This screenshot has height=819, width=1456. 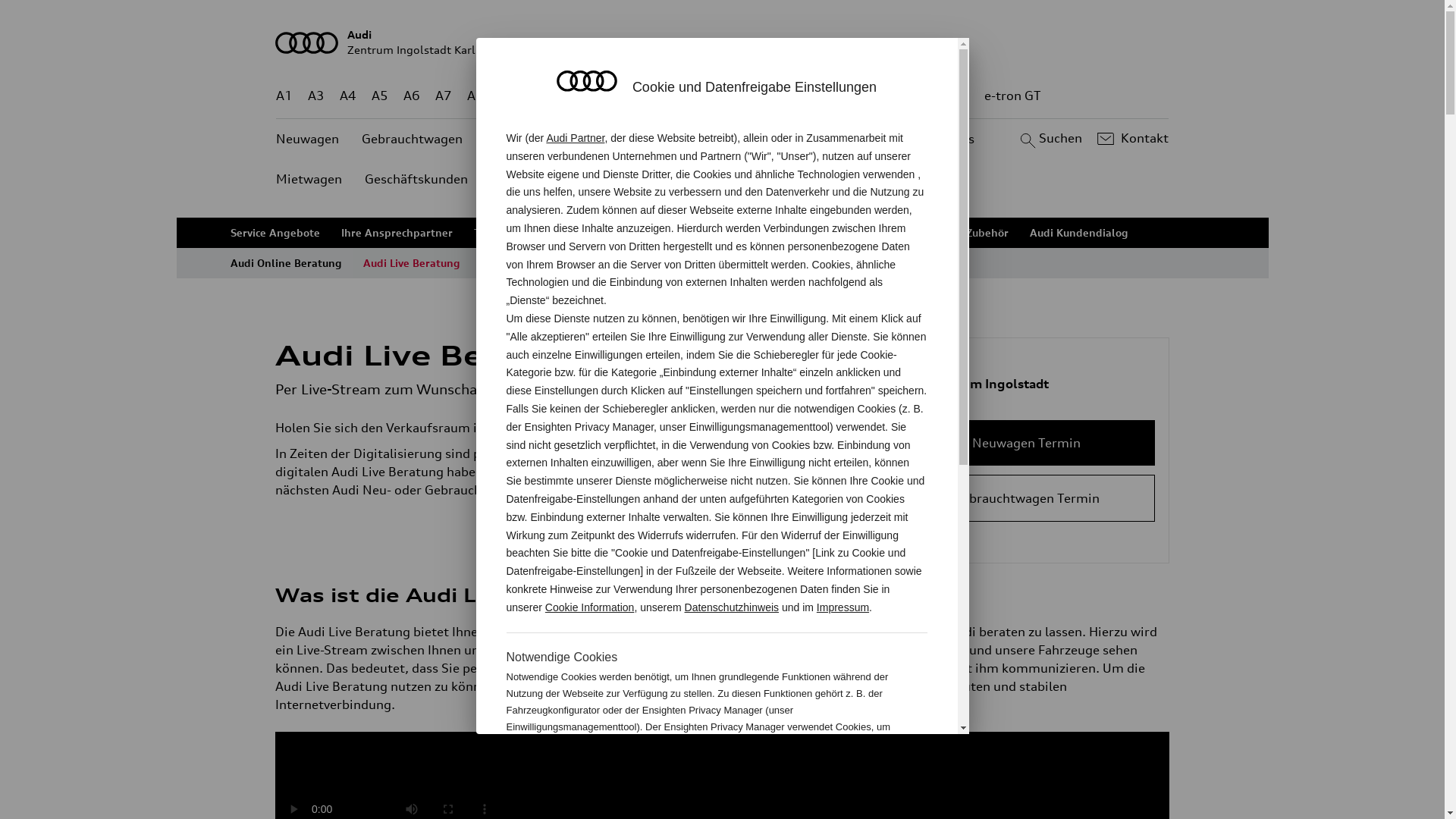 What do you see at coordinates (764, 96) in the screenshot?
I see `'Q8 e-tron'` at bounding box center [764, 96].